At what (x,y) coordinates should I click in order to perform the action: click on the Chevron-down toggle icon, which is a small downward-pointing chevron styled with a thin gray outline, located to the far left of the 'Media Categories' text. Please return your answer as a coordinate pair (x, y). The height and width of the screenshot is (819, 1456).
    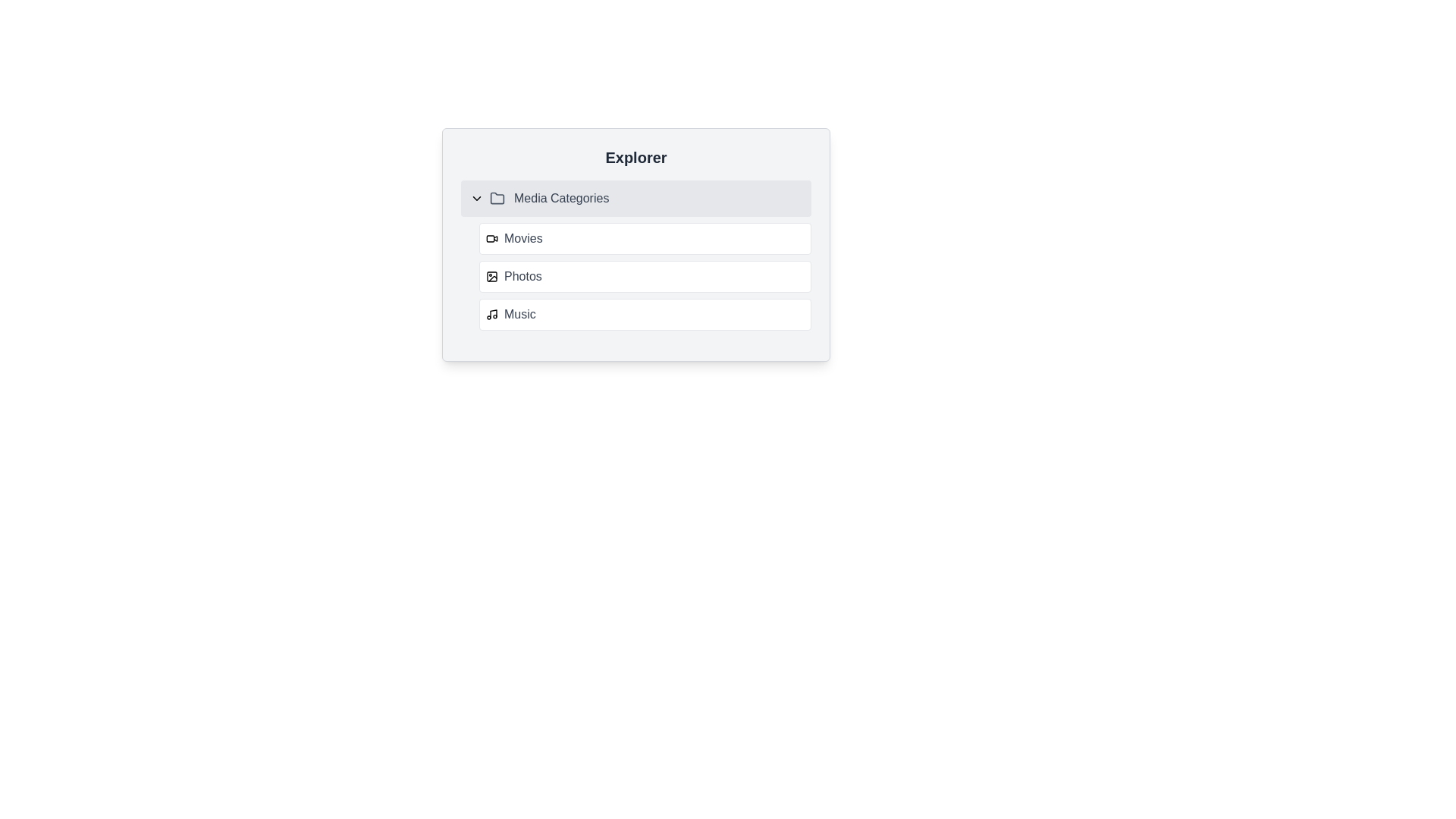
    Looking at the image, I should click on (475, 198).